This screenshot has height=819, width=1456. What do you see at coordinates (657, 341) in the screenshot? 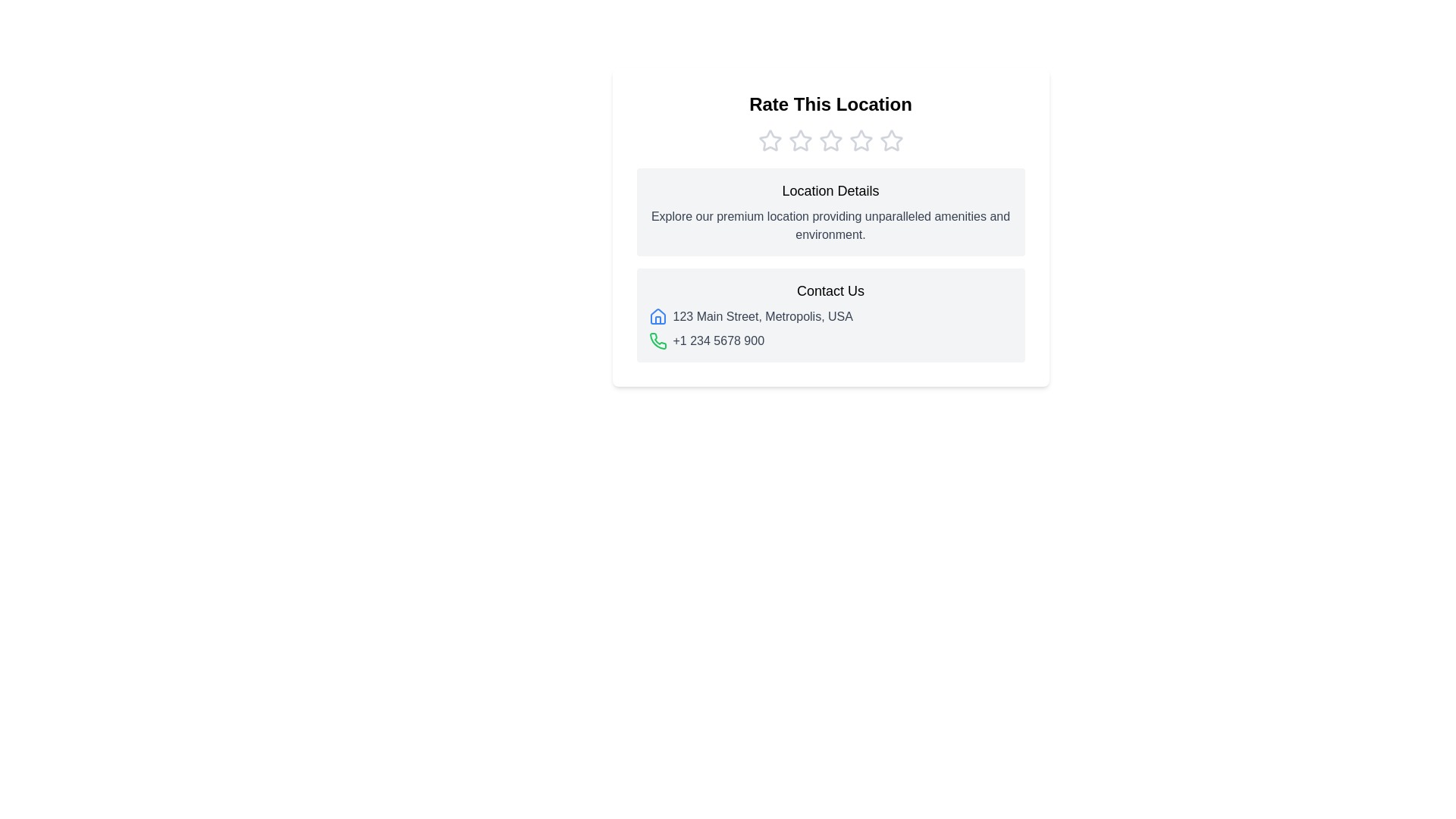
I see `the green phone receiver icon located beside the phone number '+1 234 5678 900' in the 'Contact Us' section` at bounding box center [657, 341].